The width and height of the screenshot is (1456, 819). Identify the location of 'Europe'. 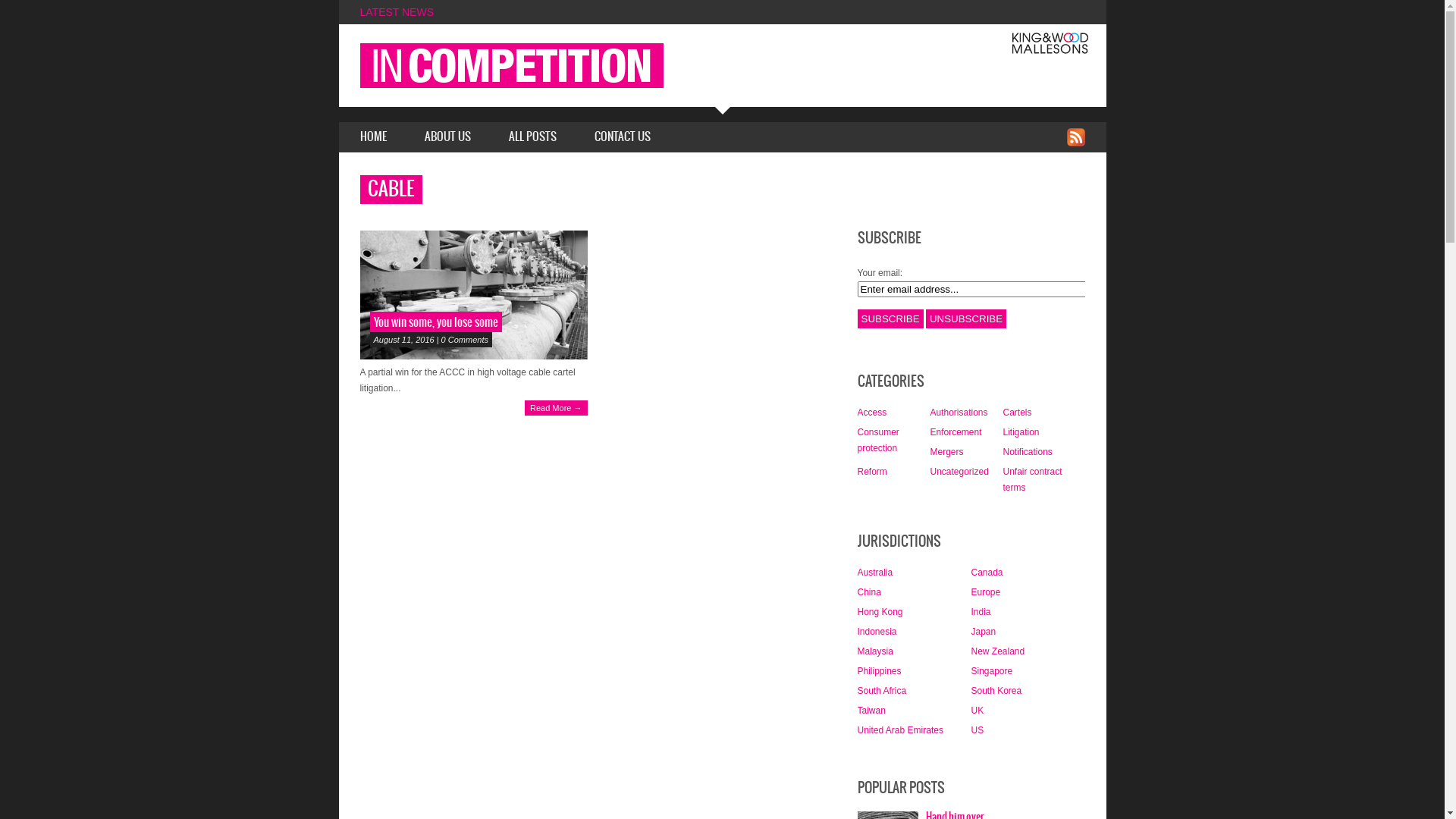
(971, 591).